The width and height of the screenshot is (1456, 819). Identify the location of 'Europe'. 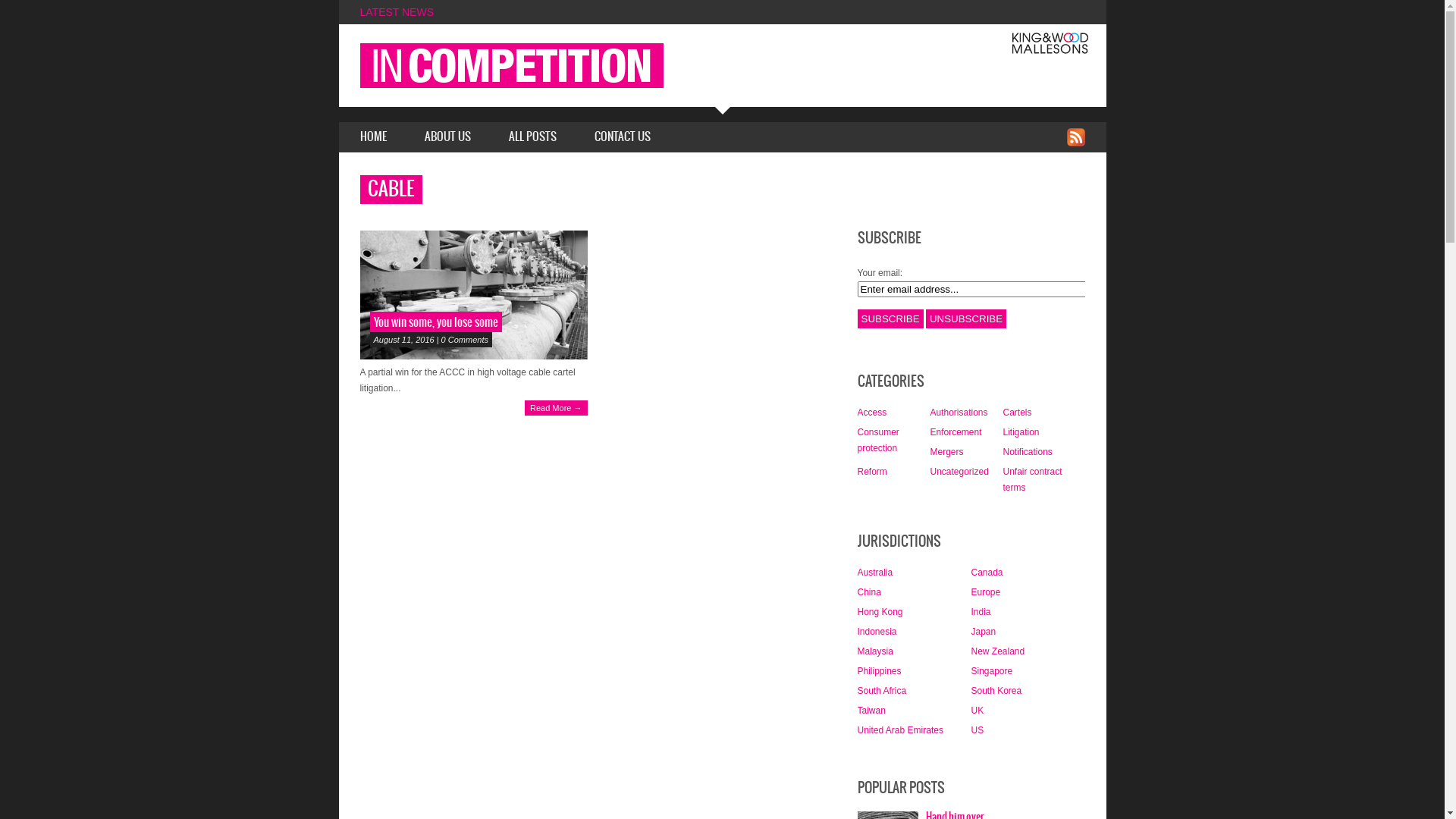
(971, 591).